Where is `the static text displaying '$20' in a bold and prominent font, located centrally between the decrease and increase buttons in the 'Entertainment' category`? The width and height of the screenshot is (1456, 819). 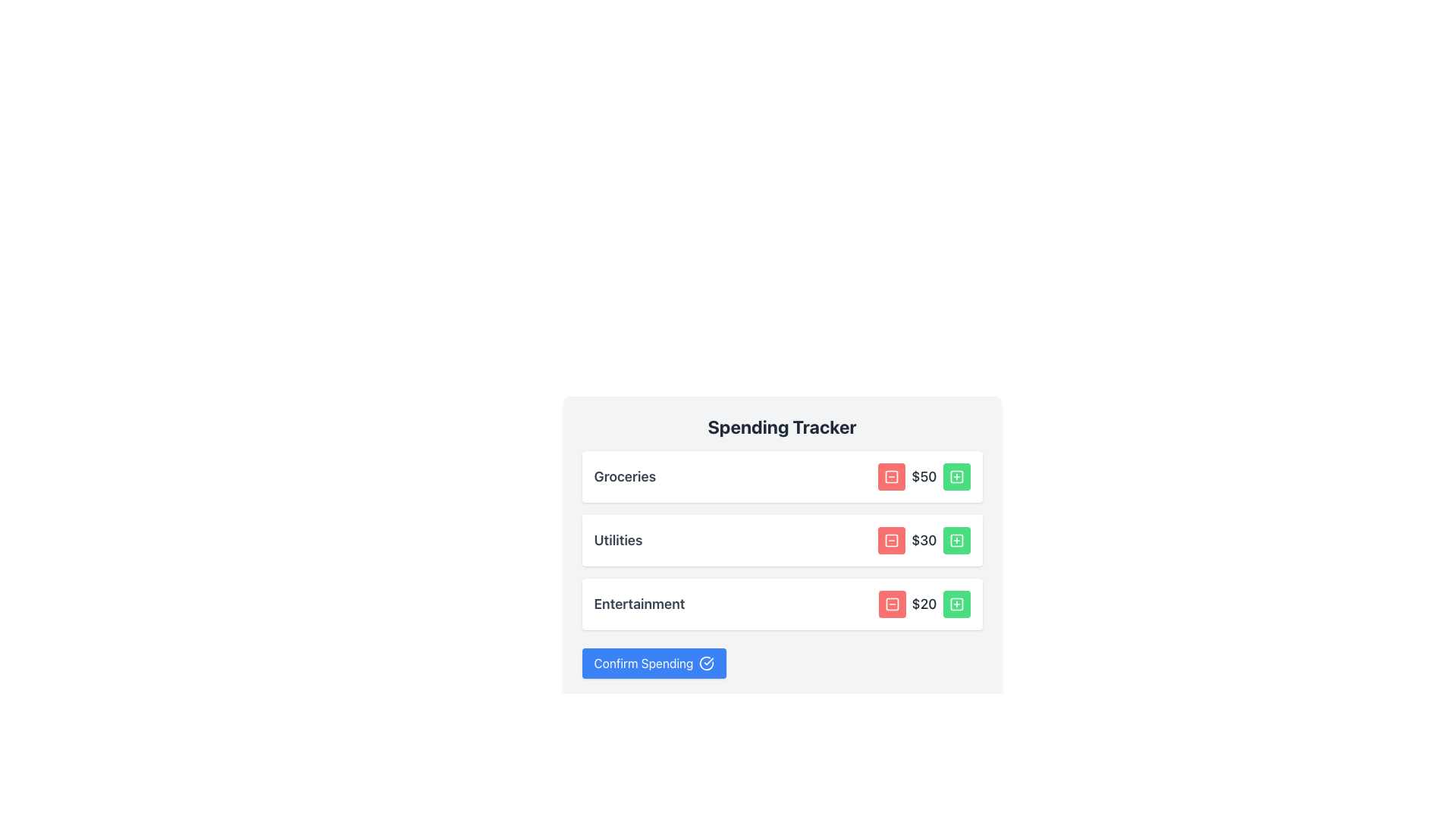
the static text displaying '$20' in a bold and prominent font, located centrally between the decrease and increase buttons in the 'Entertainment' category is located at coordinates (924, 604).